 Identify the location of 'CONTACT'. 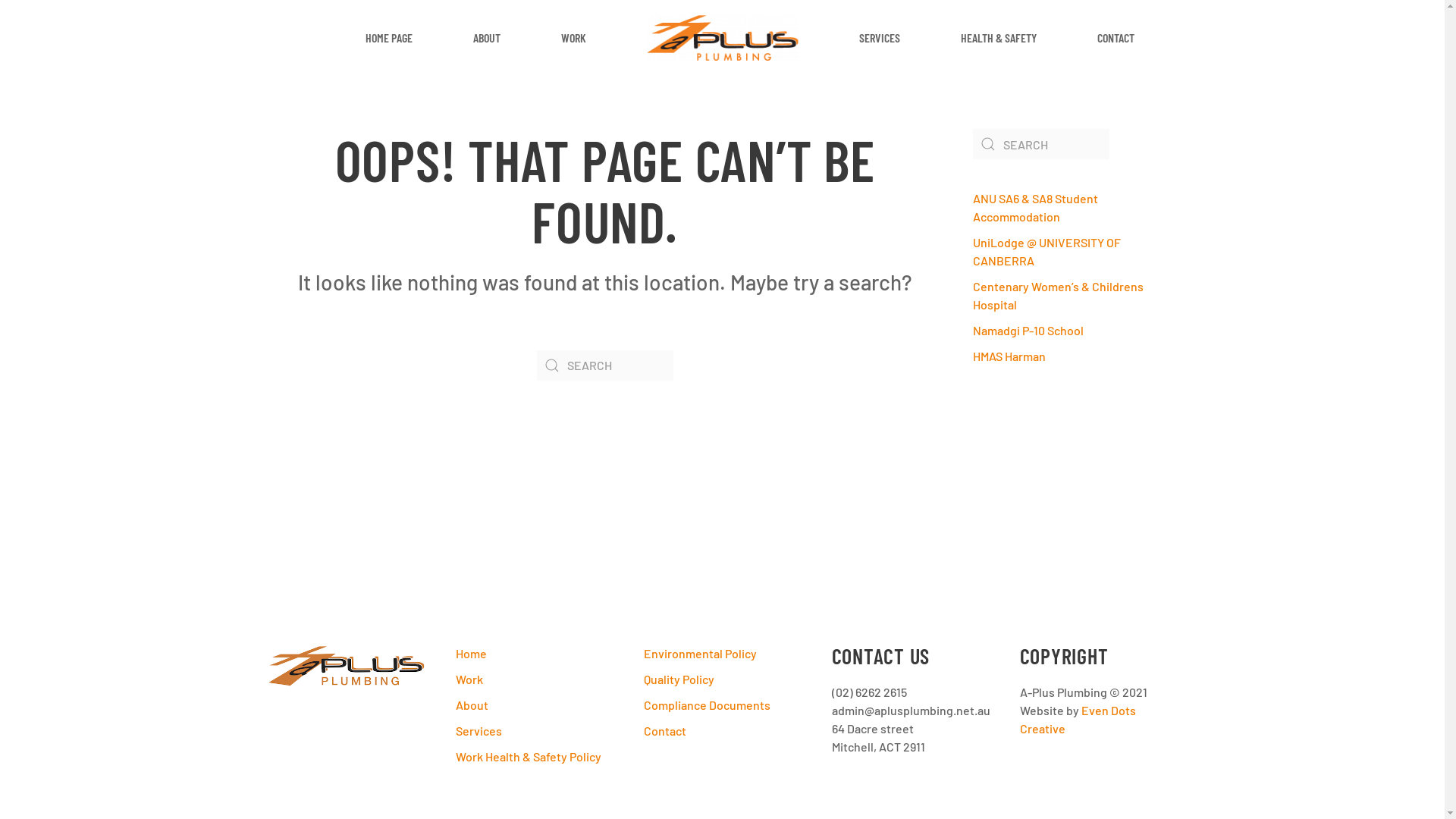
(1115, 37).